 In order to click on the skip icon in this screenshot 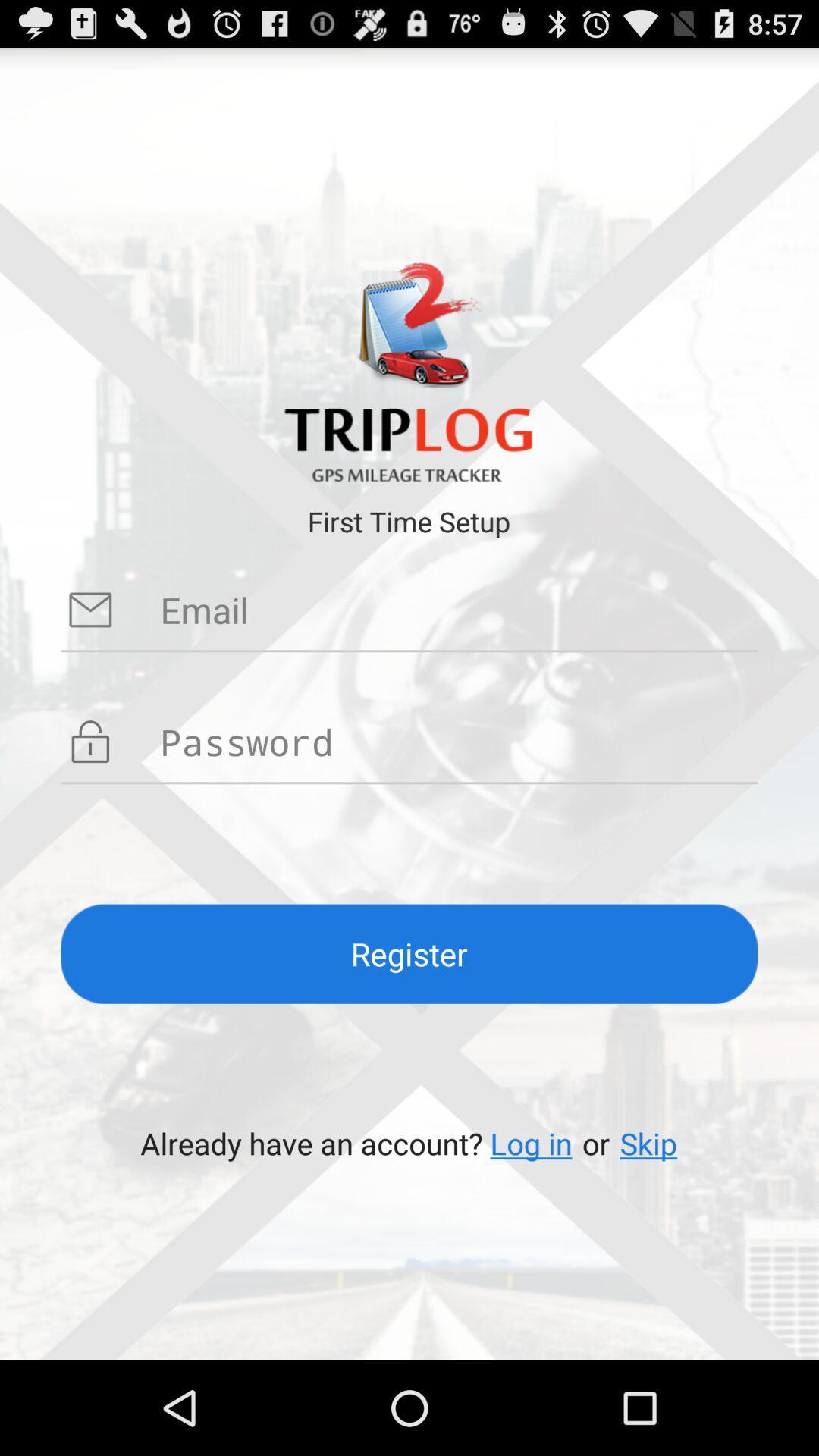, I will do `click(648, 1143)`.